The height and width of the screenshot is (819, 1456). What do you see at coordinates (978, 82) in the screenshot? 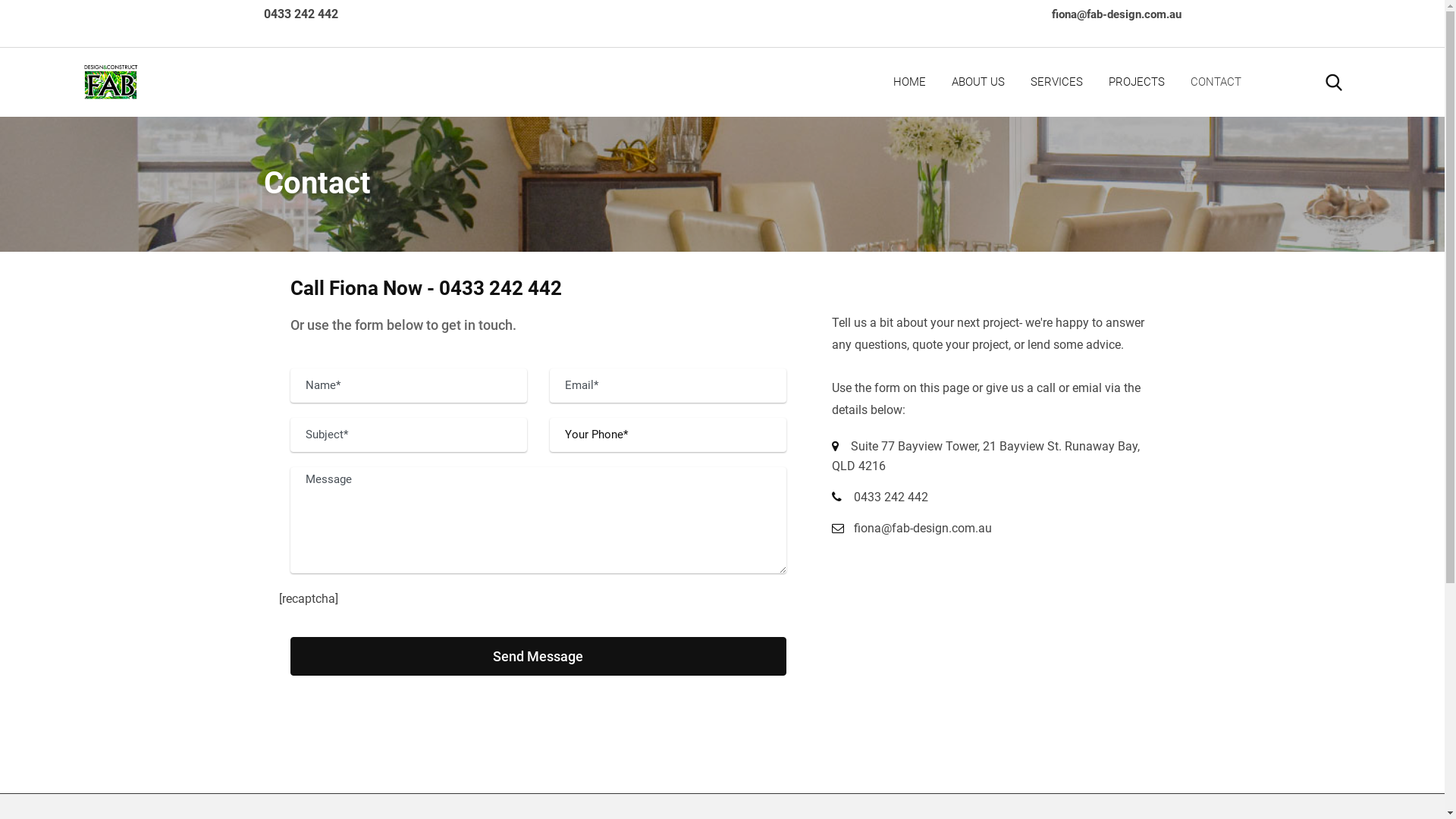
I see `'ABOUT US'` at bounding box center [978, 82].